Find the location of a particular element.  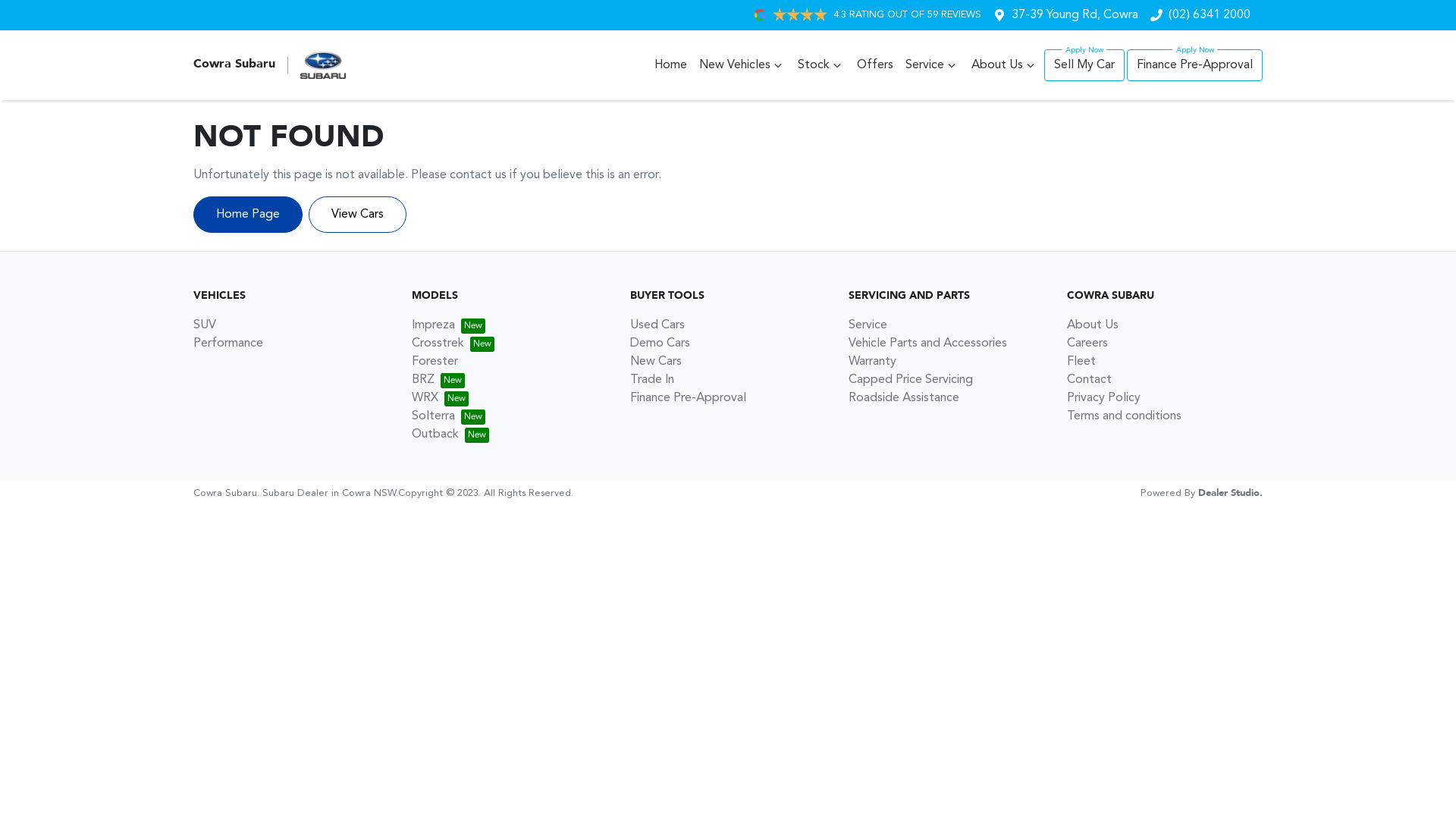

'Performance' is located at coordinates (227, 343).